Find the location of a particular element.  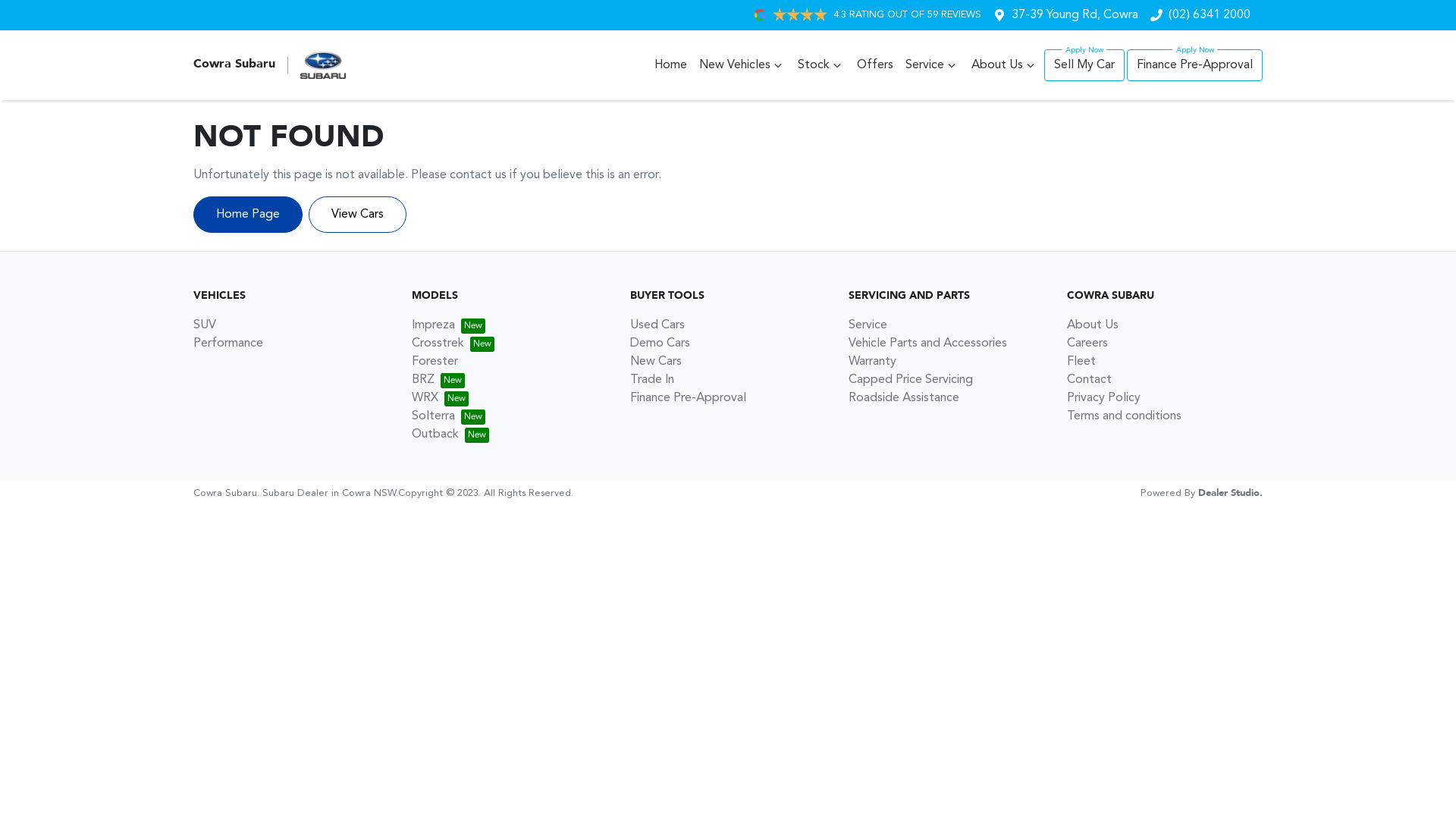

'Performance' is located at coordinates (227, 343).